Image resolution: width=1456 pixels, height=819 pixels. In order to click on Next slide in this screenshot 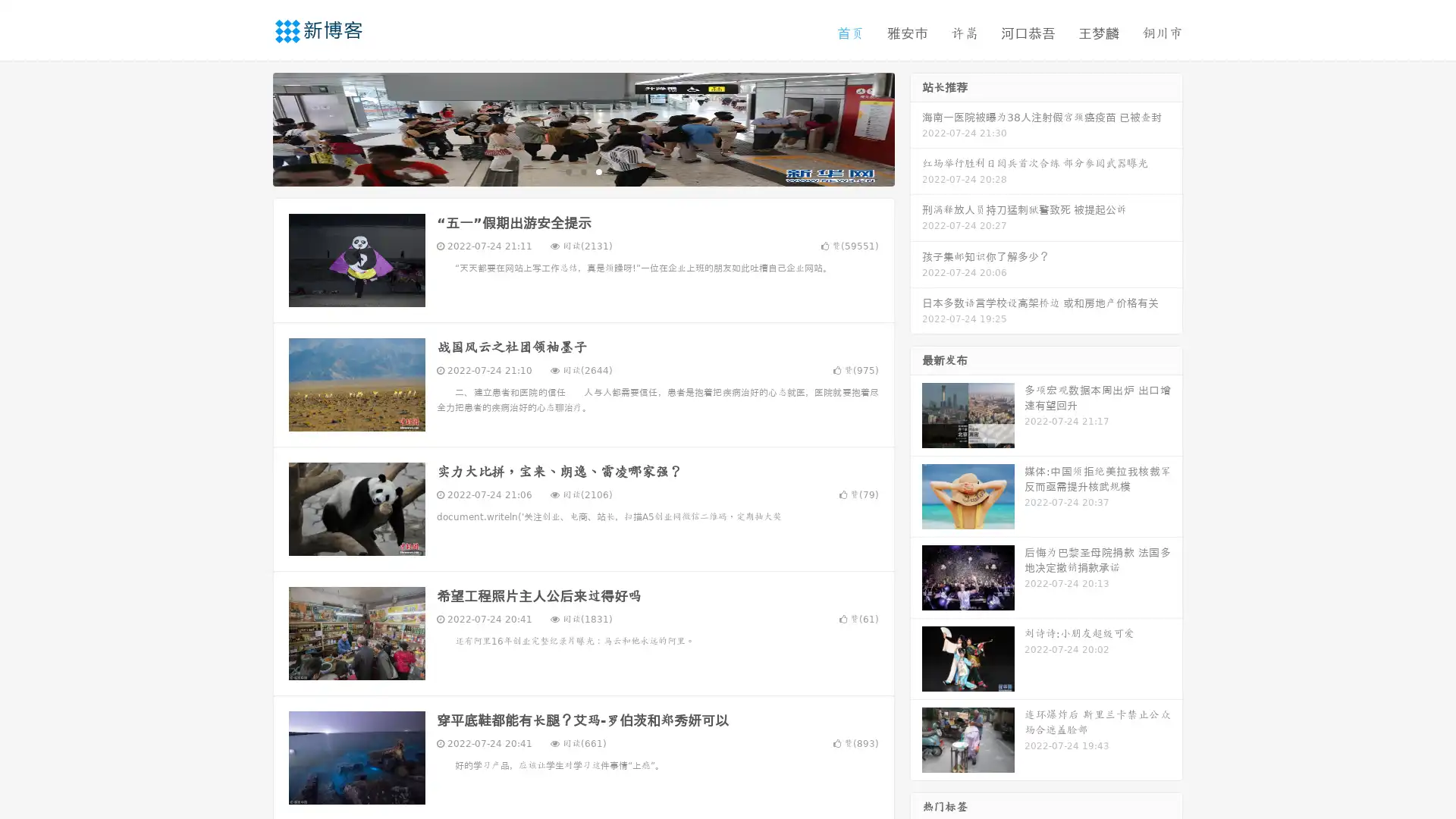, I will do `click(916, 127)`.